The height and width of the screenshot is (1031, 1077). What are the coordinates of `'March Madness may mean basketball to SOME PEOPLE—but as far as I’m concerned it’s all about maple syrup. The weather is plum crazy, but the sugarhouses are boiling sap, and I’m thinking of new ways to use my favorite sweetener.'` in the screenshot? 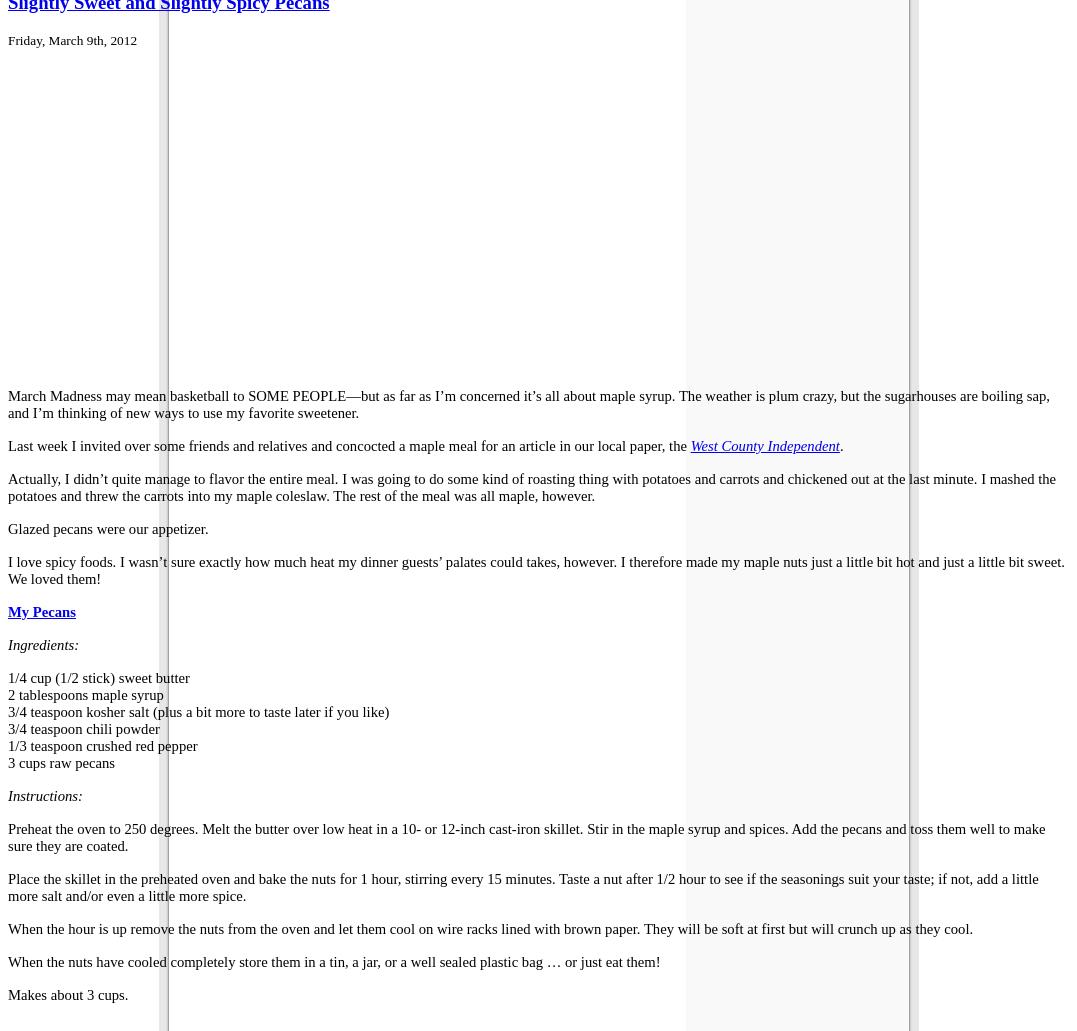 It's located at (527, 402).